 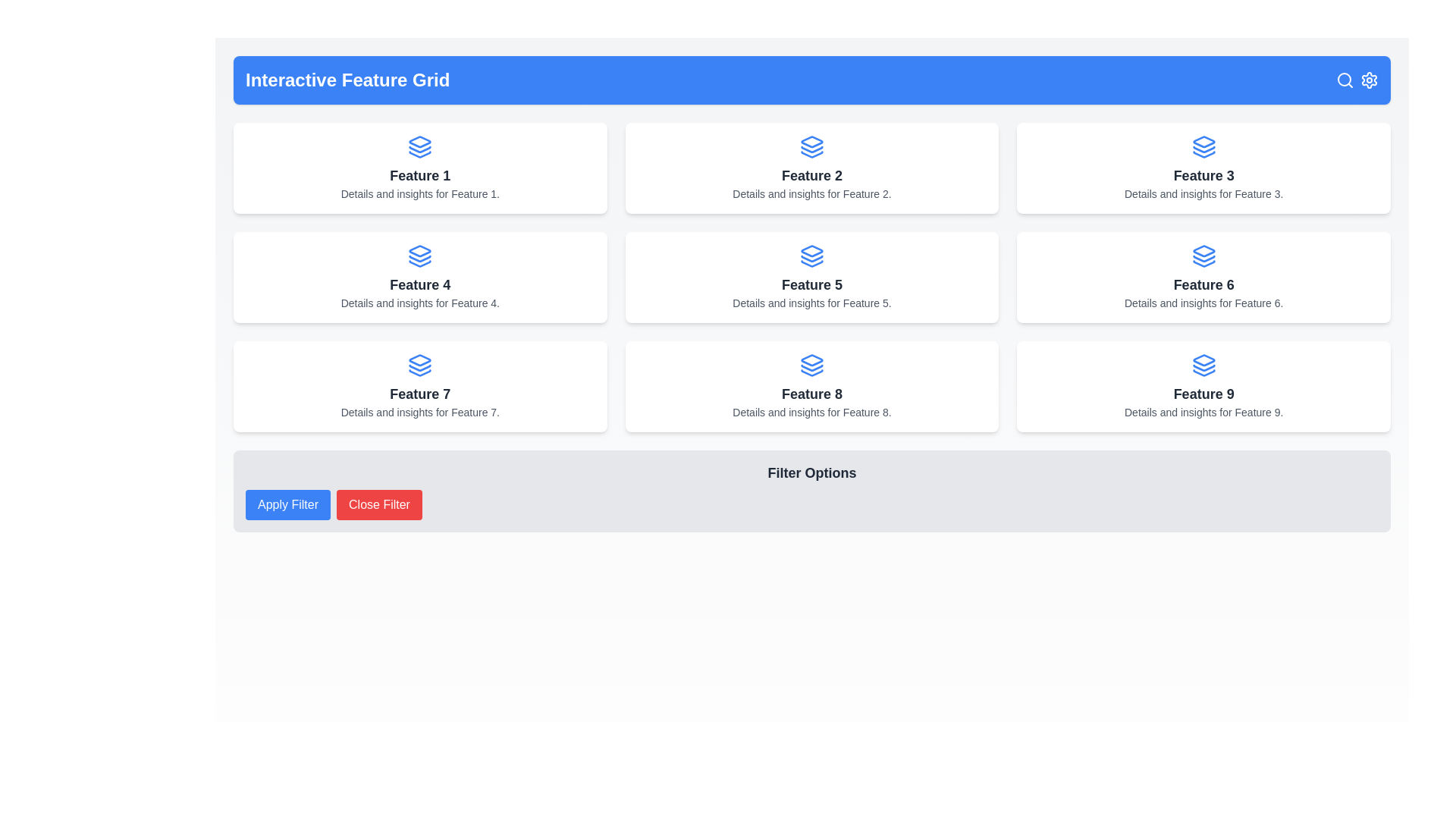 What do you see at coordinates (420, 174) in the screenshot?
I see `bold title 'Feature 1' displayed in a larger, gray font located in the top-left card of the 'Interactive Feature Grid' under the blue header` at bounding box center [420, 174].